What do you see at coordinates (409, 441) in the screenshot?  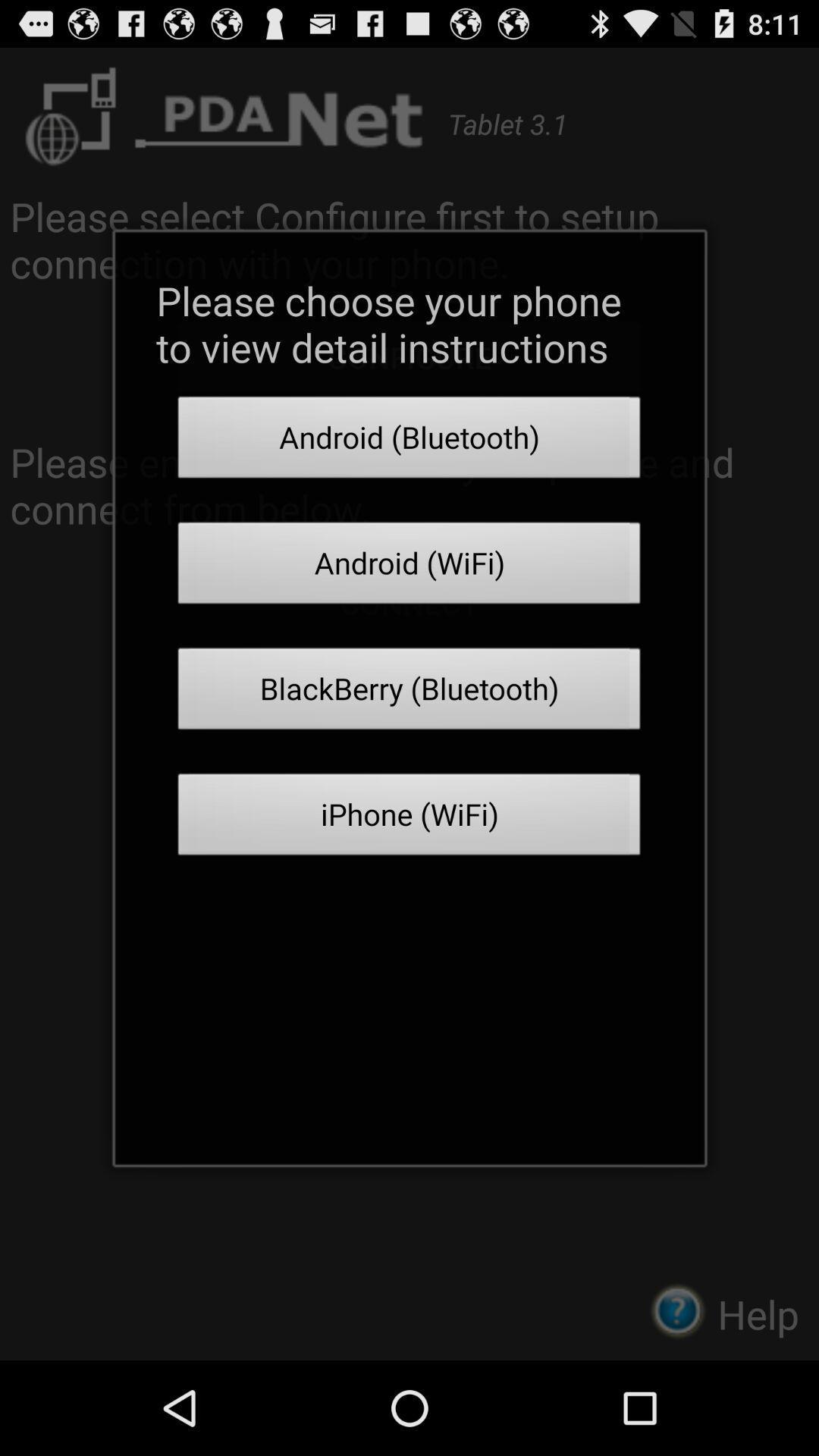 I see `android (bluetooth) button` at bounding box center [409, 441].